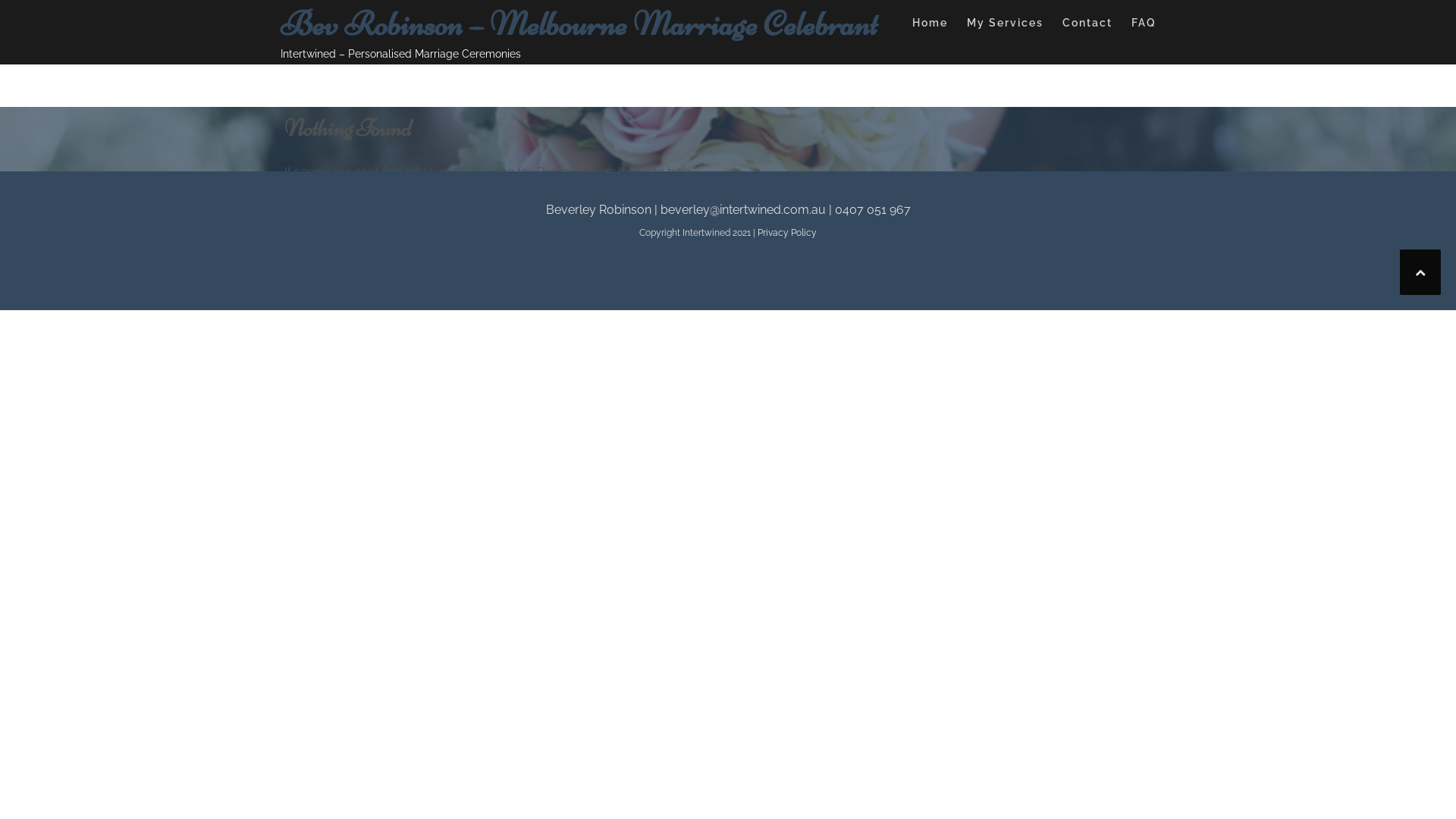 The image size is (1456, 819). I want to click on 'FAQ', so click(1144, 25).